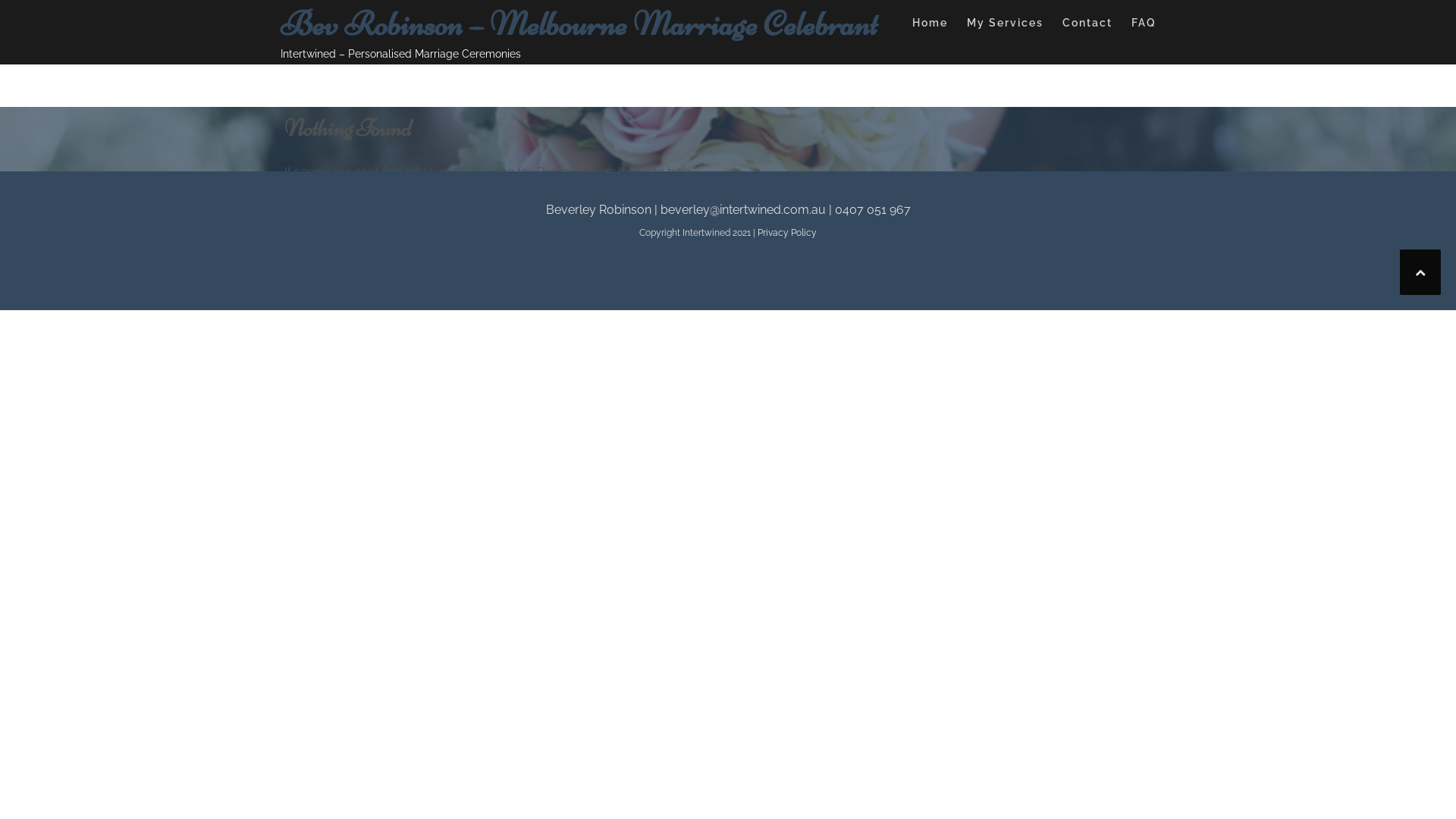 The image size is (1456, 819). I want to click on 'FAQ', so click(1144, 25).